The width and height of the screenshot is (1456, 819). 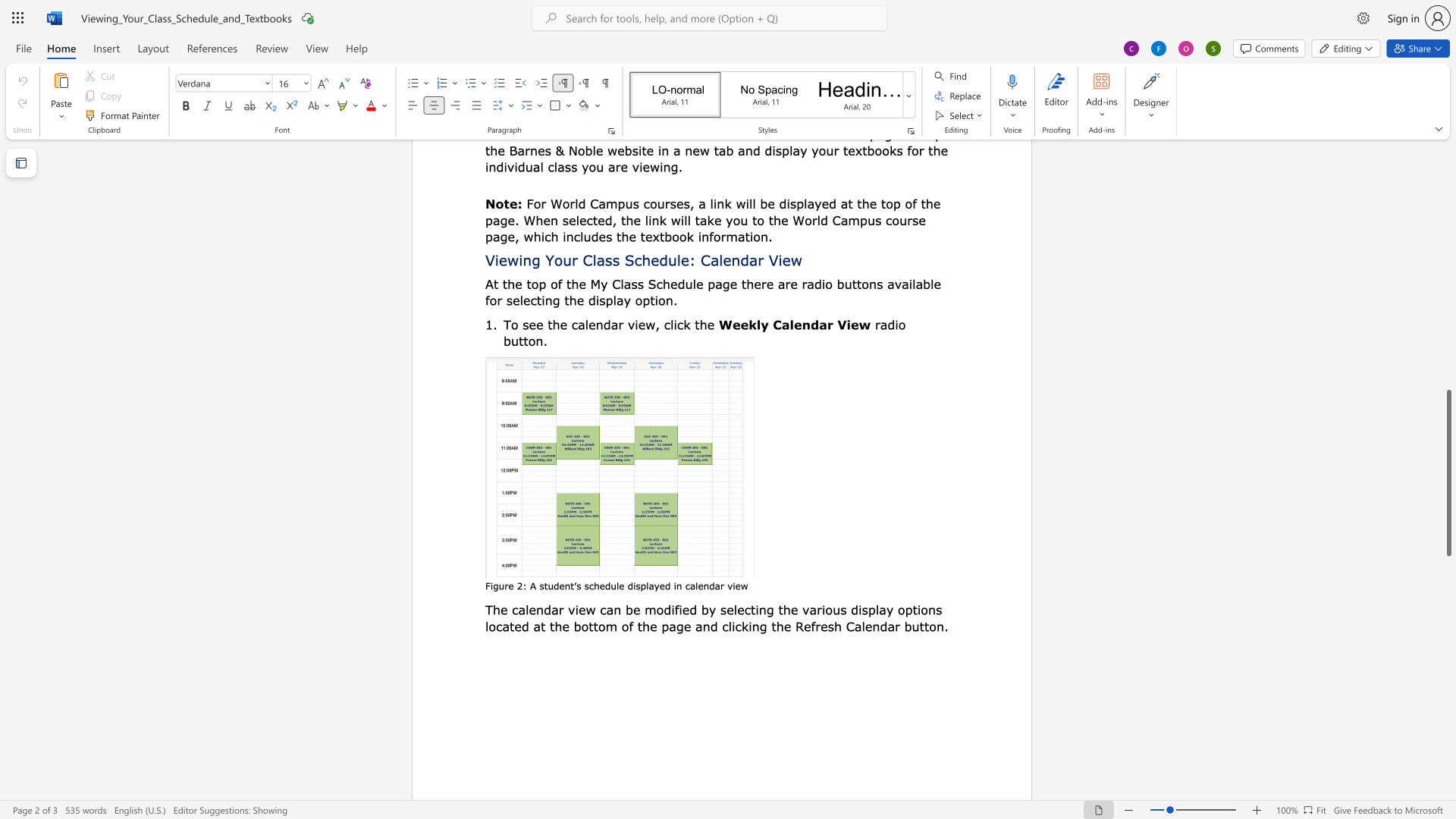 What do you see at coordinates (1448, 212) in the screenshot?
I see `the scrollbar on the right to move the page upward` at bounding box center [1448, 212].